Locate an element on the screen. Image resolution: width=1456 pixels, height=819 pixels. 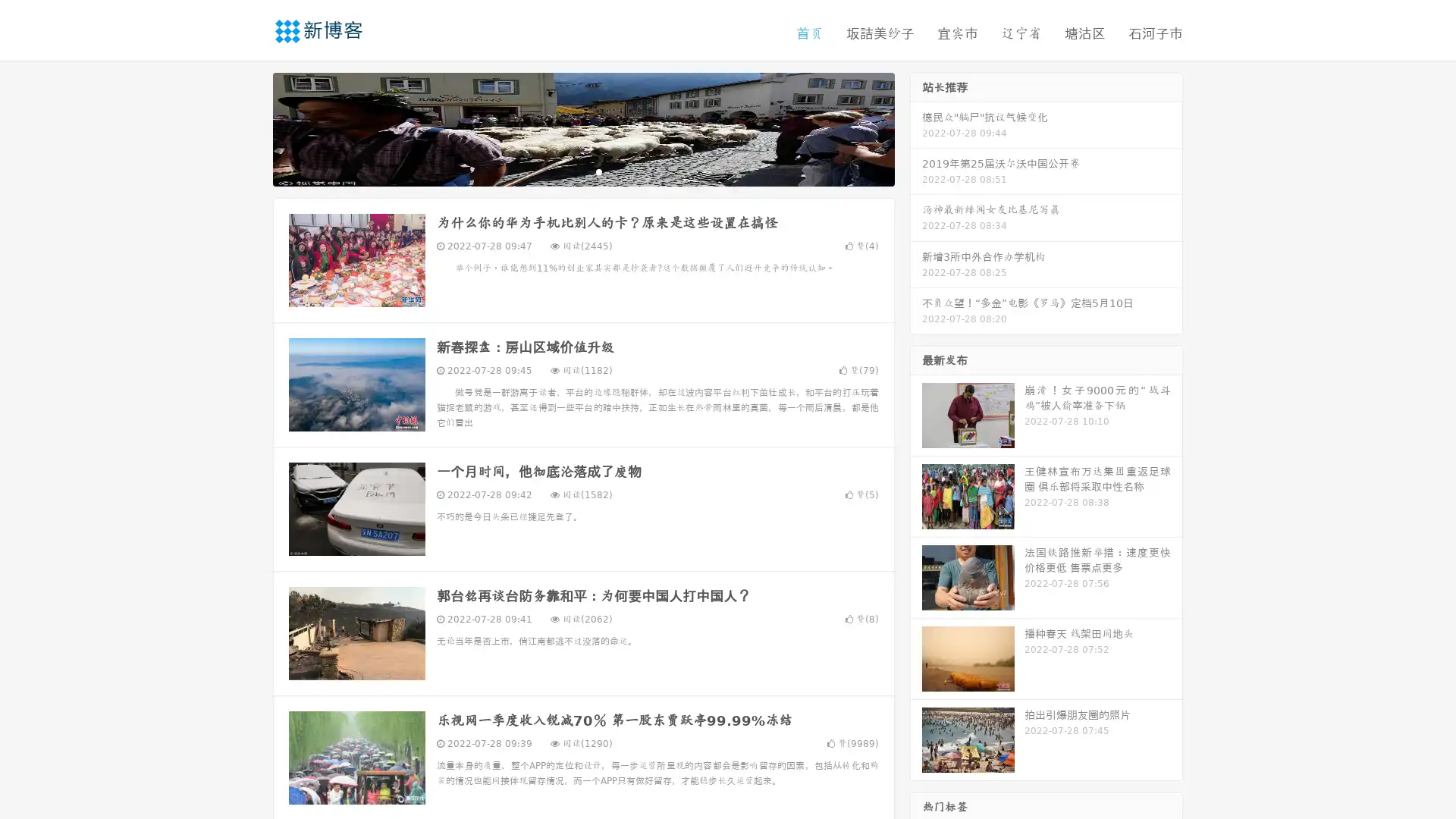
Previous slide is located at coordinates (250, 127).